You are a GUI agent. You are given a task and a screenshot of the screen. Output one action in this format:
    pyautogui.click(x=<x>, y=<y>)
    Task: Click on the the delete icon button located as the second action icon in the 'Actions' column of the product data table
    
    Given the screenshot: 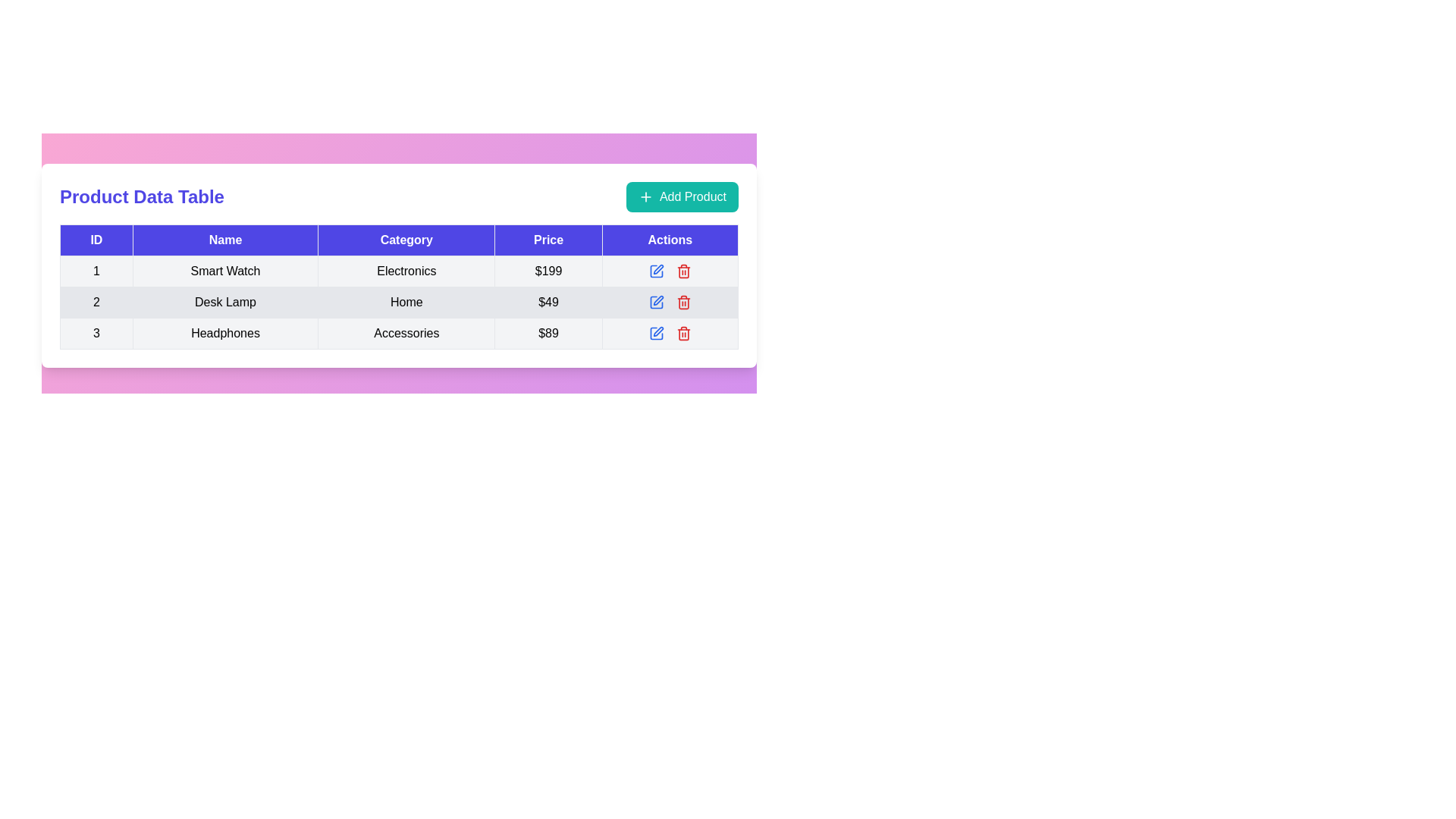 What is the action you would take?
    pyautogui.click(x=682, y=271)
    